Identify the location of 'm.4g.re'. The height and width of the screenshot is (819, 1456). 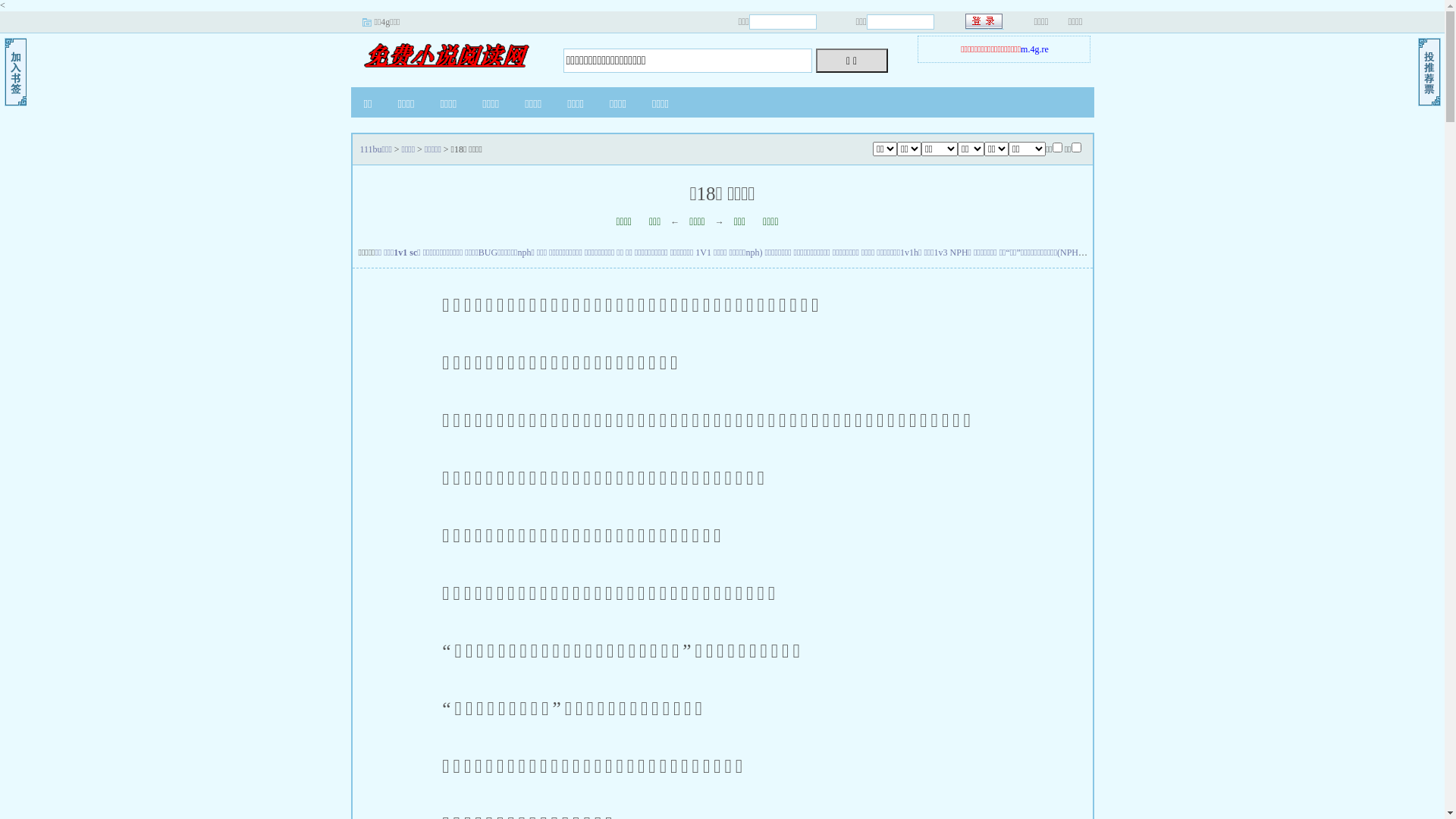
(1034, 49).